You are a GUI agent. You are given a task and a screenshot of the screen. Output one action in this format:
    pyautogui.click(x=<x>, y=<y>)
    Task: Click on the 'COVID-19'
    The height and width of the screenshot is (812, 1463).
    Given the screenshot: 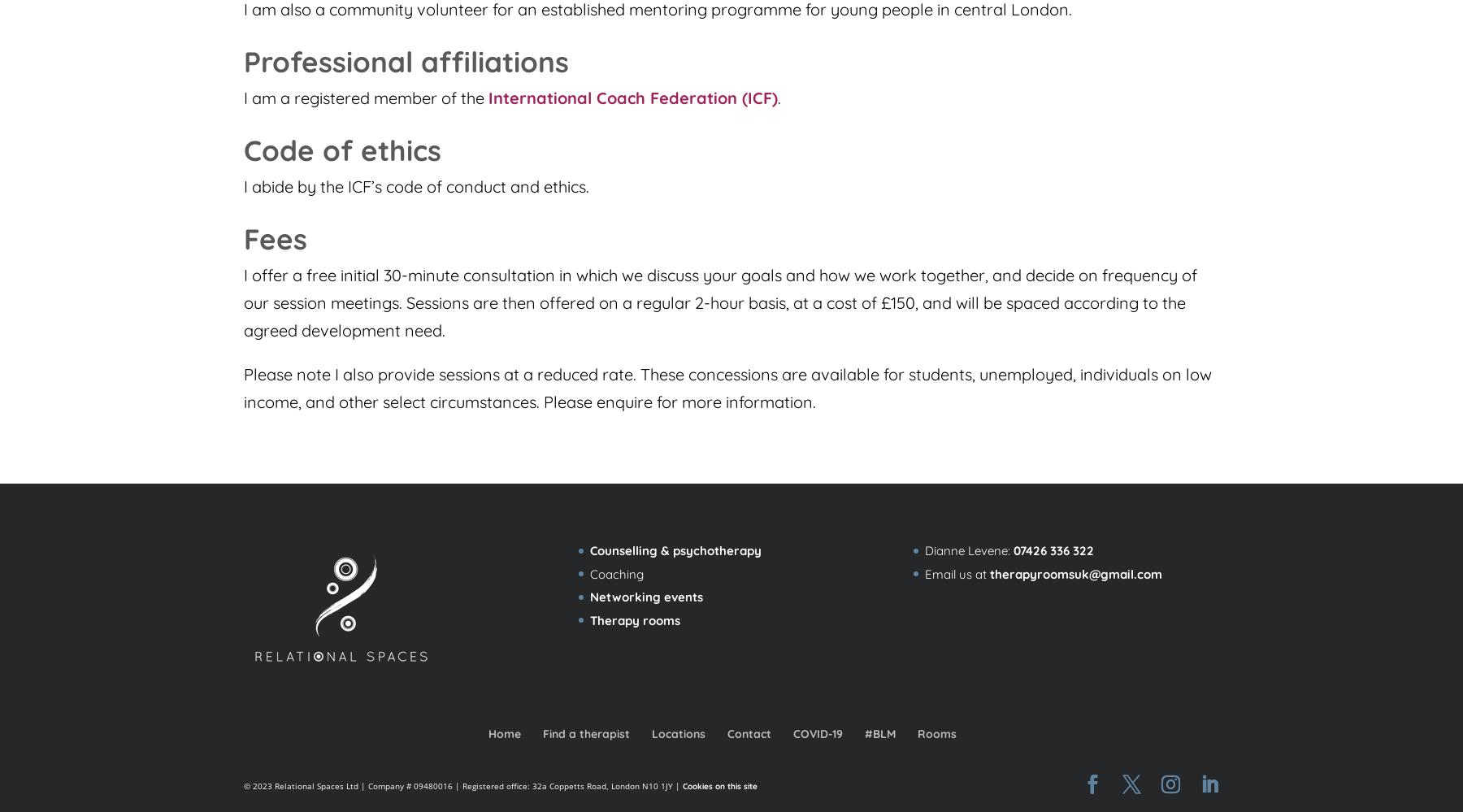 What is the action you would take?
    pyautogui.click(x=817, y=733)
    